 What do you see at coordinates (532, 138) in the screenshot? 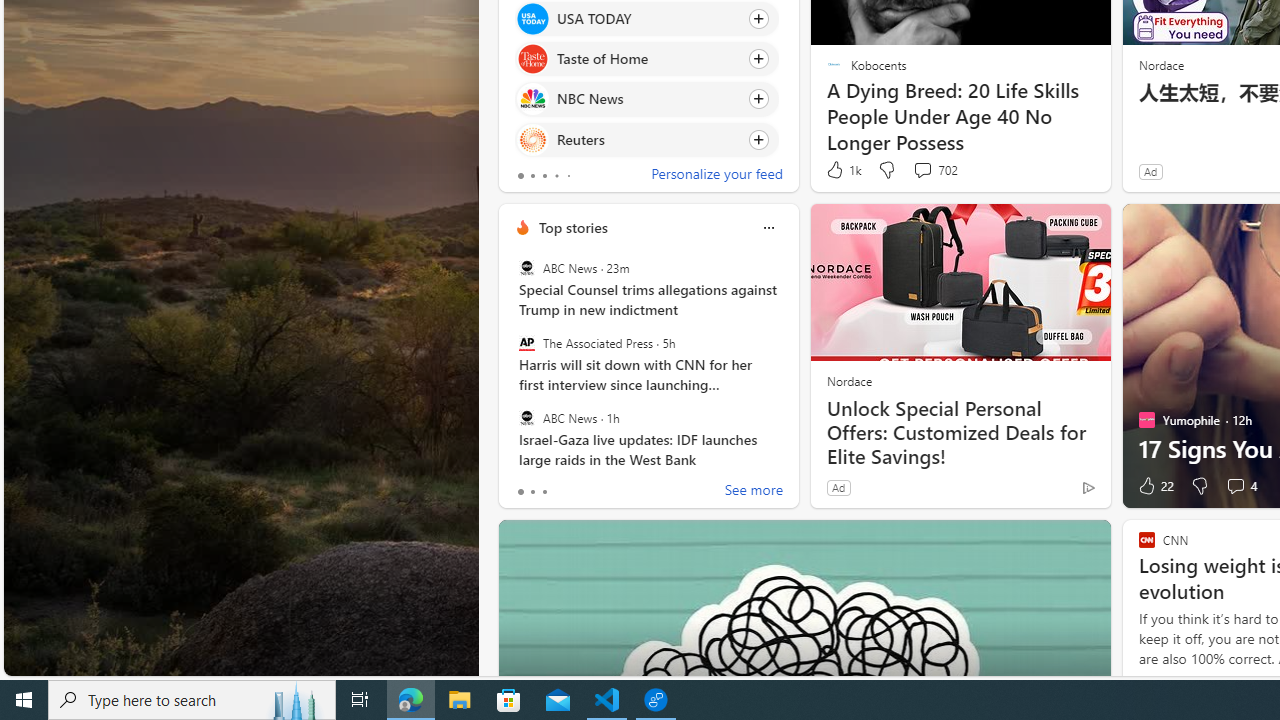
I see `'Reuters'` at bounding box center [532, 138].